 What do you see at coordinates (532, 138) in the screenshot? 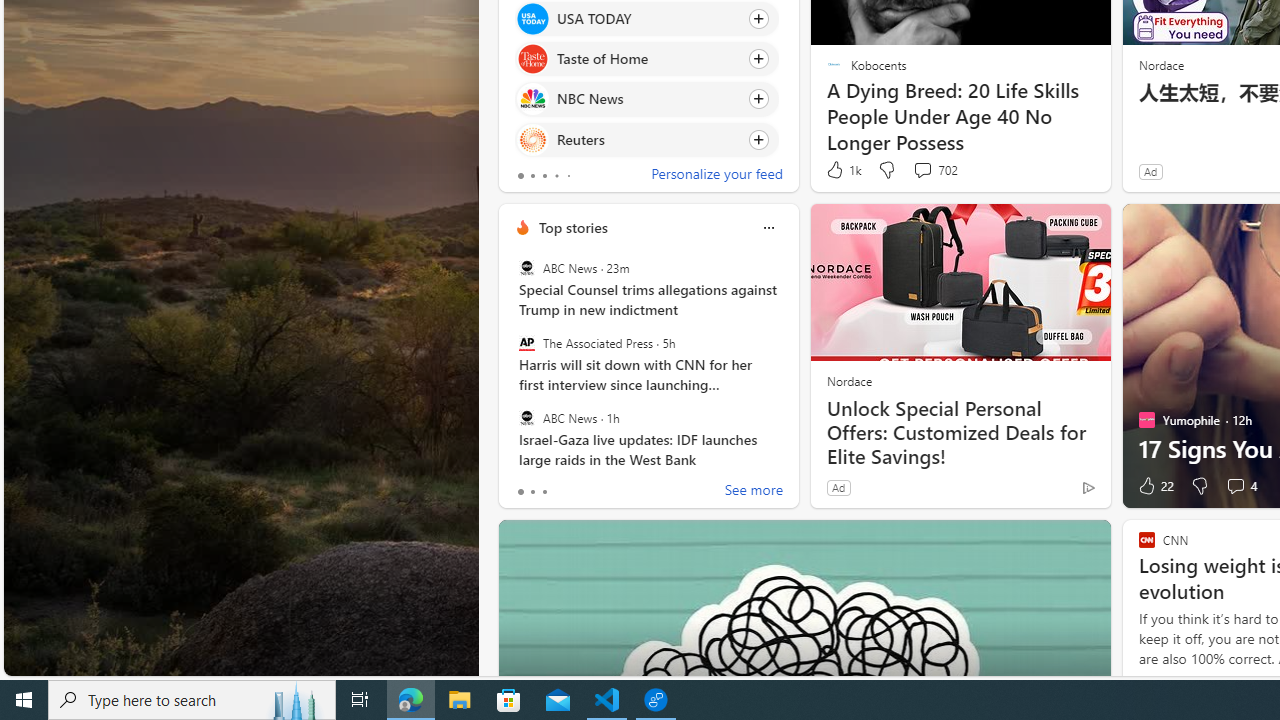
I see `'Reuters'` at bounding box center [532, 138].